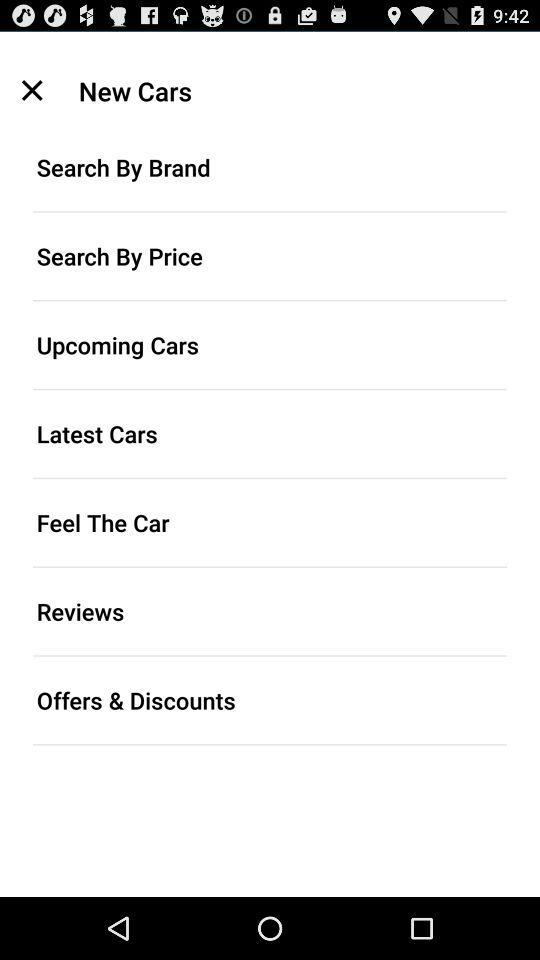  Describe the element at coordinates (270, 610) in the screenshot. I see `reviews item` at that location.